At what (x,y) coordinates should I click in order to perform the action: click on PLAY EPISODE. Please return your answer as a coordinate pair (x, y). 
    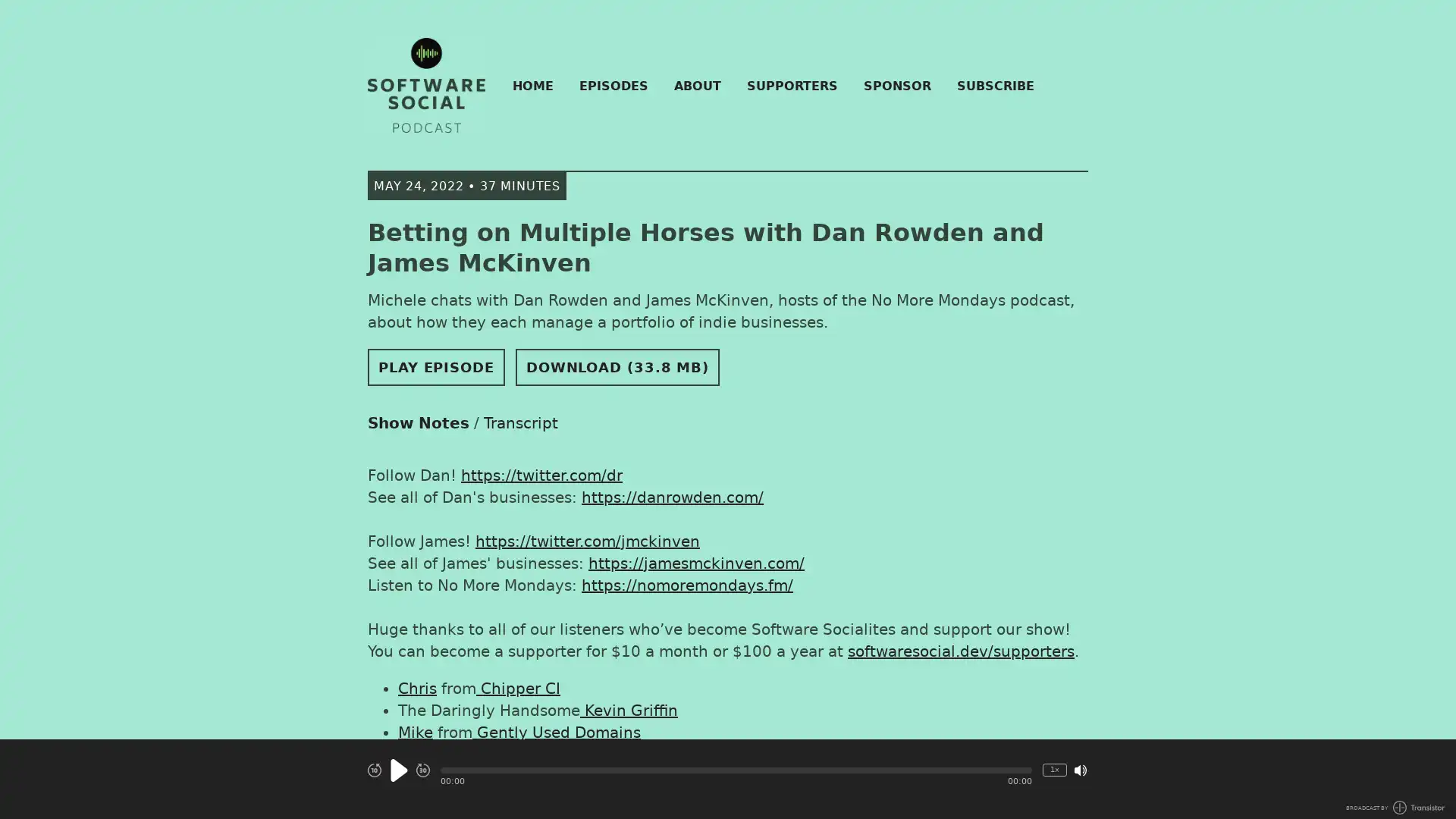
    Looking at the image, I should click on (435, 366).